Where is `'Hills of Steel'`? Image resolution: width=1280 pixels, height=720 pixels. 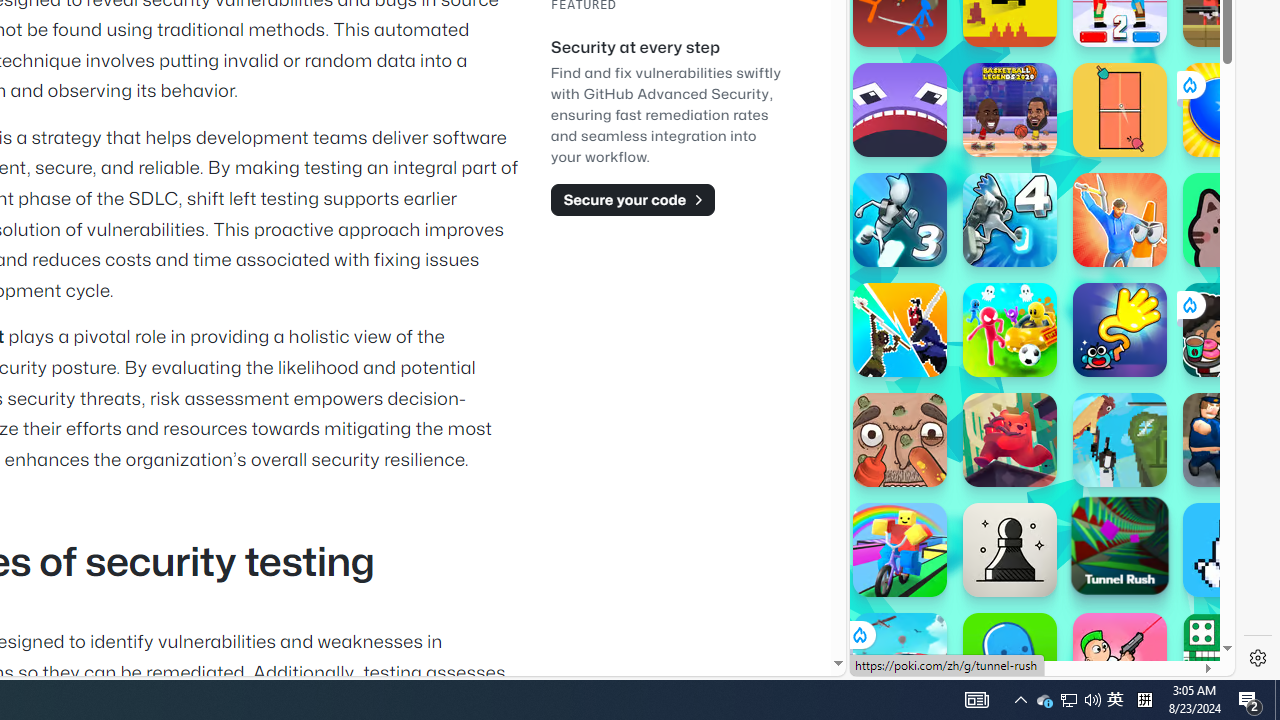
'Hills of Steel' is located at coordinates (943, 300).